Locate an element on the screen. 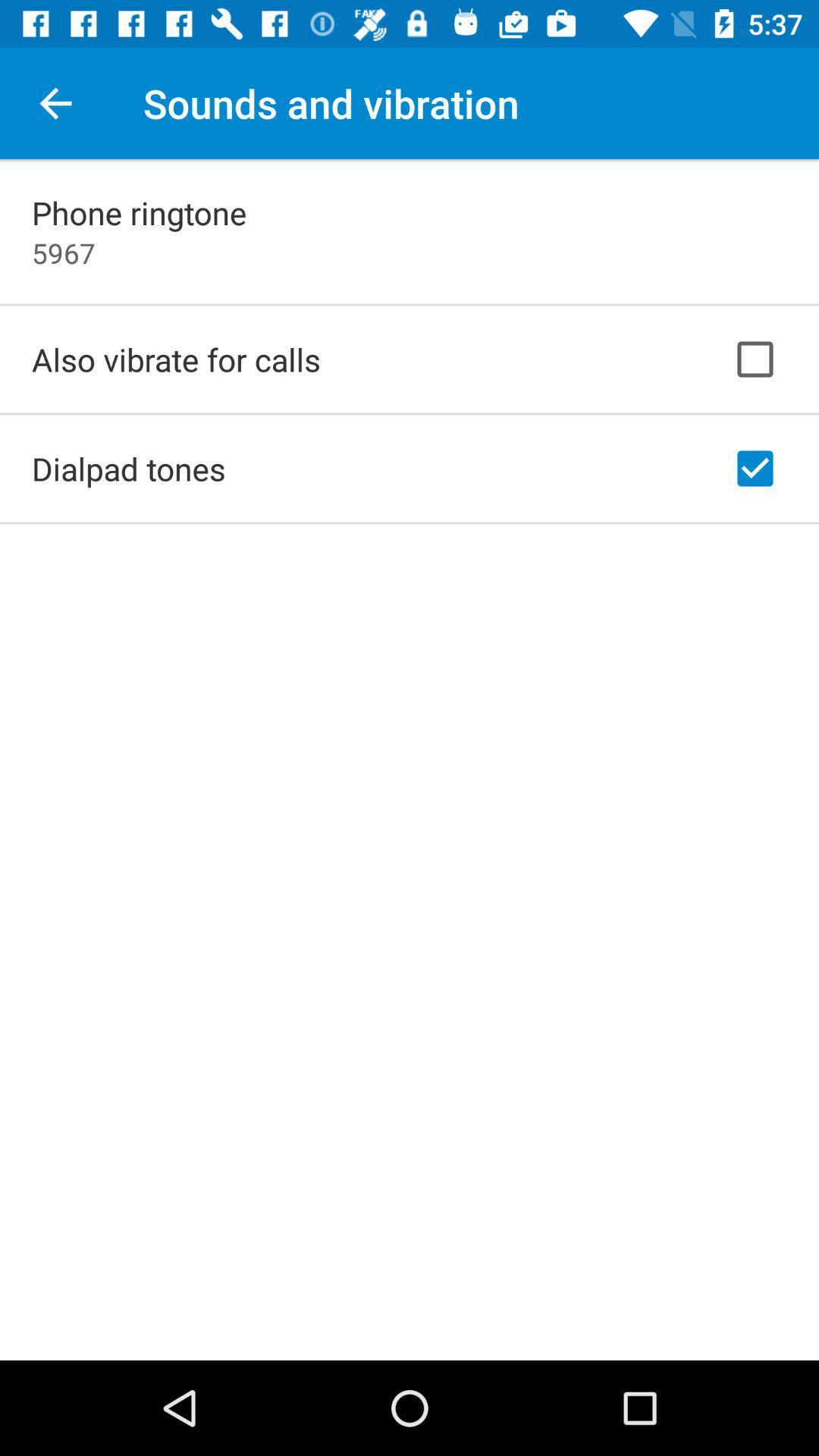 This screenshot has height=1456, width=819. icon below also vibrate for app is located at coordinates (127, 468).